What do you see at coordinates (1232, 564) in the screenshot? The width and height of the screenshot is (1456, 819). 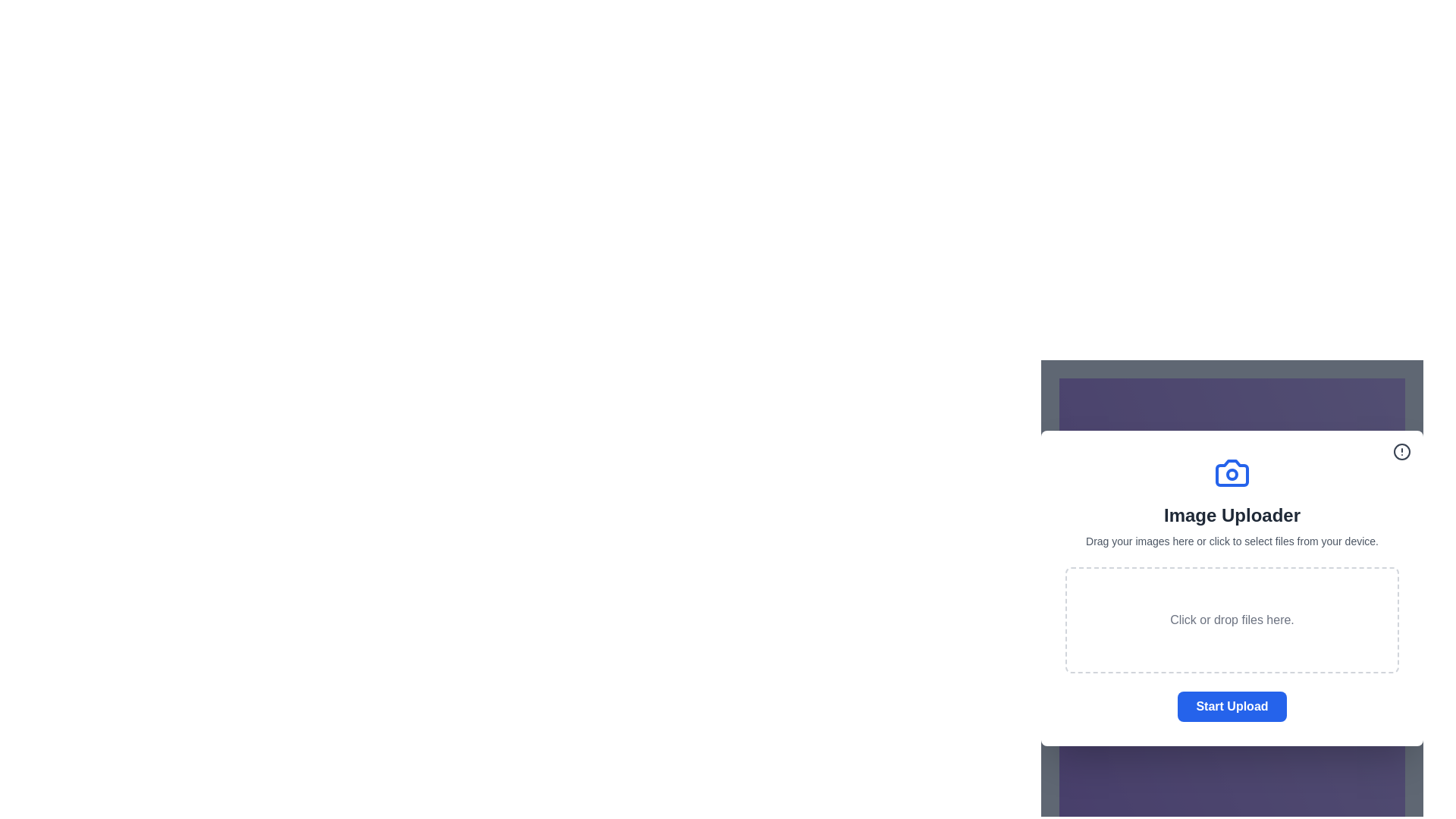 I see `and drop files into the Interactive Section located in the central area of the card, which allows users` at bounding box center [1232, 564].